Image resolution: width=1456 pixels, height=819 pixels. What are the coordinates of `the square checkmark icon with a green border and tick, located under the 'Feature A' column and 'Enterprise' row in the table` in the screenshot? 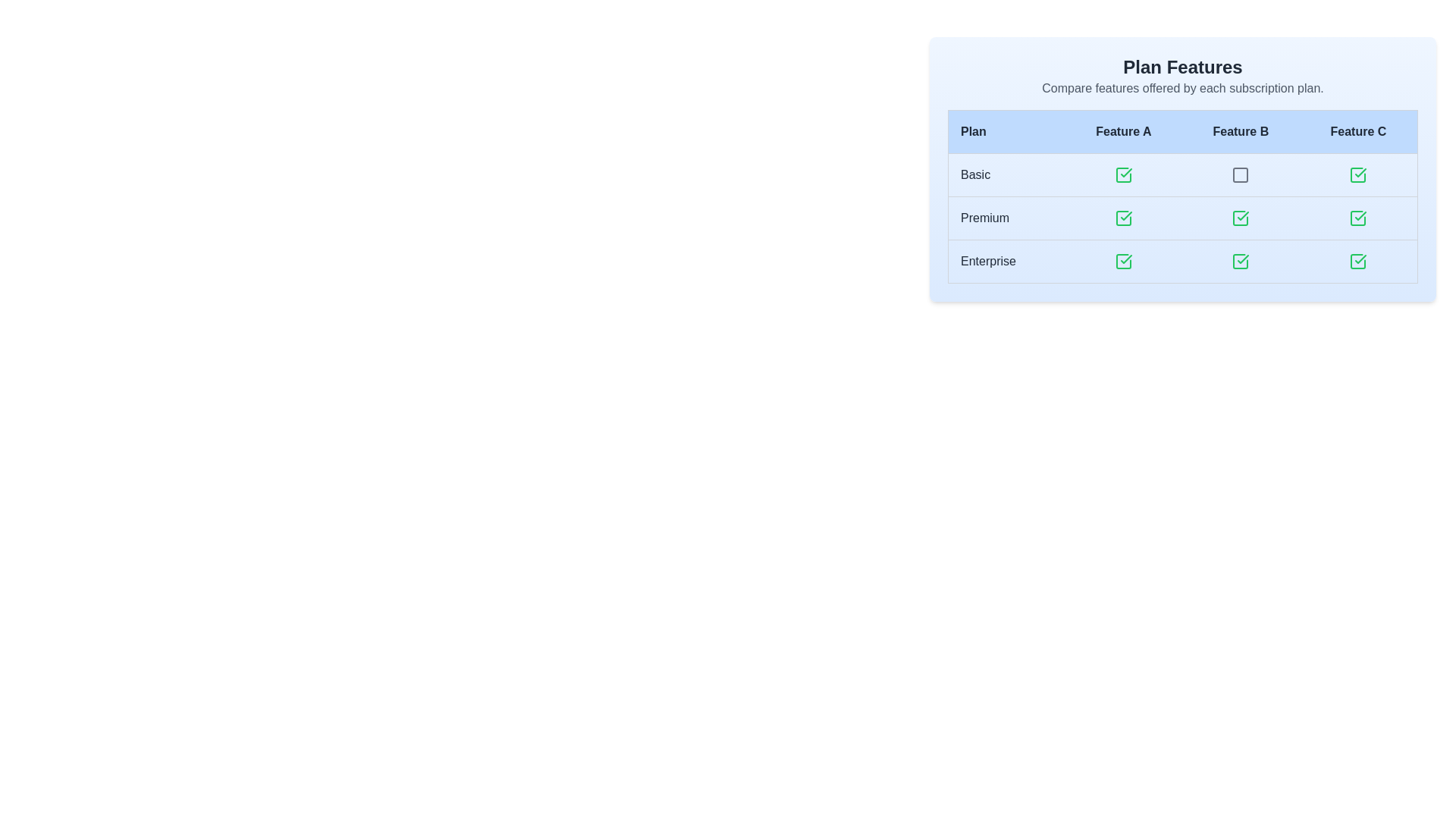 It's located at (1123, 260).